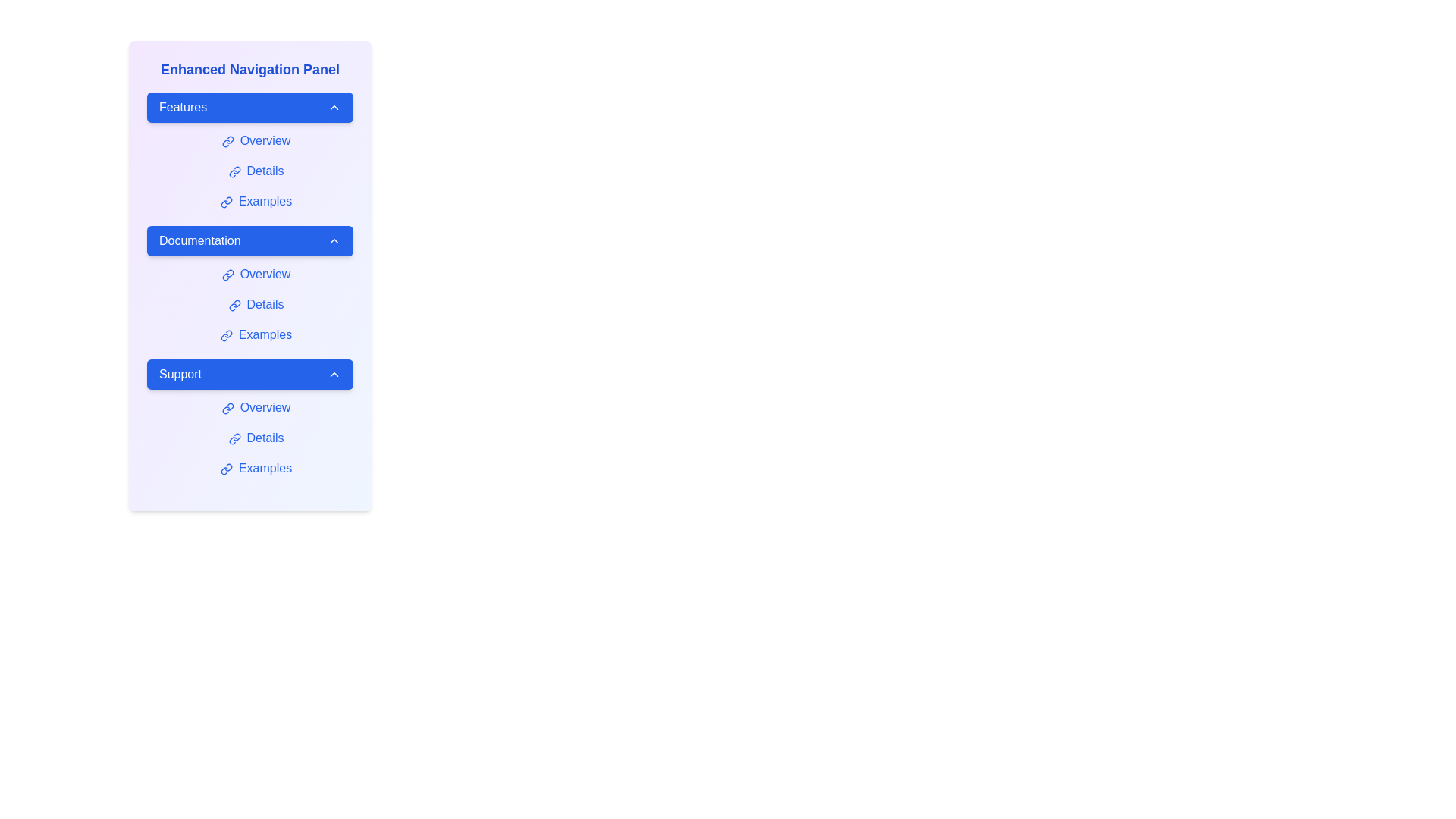 The width and height of the screenshot is (1456, 819). What do you see at coordinates (234, 305) in the screenshot?
I see `the decorative icon that indicates the 'Details' link related to additional information in the 'Documentation' section of the expandable navigation panel` at bounding box center [234, 305].